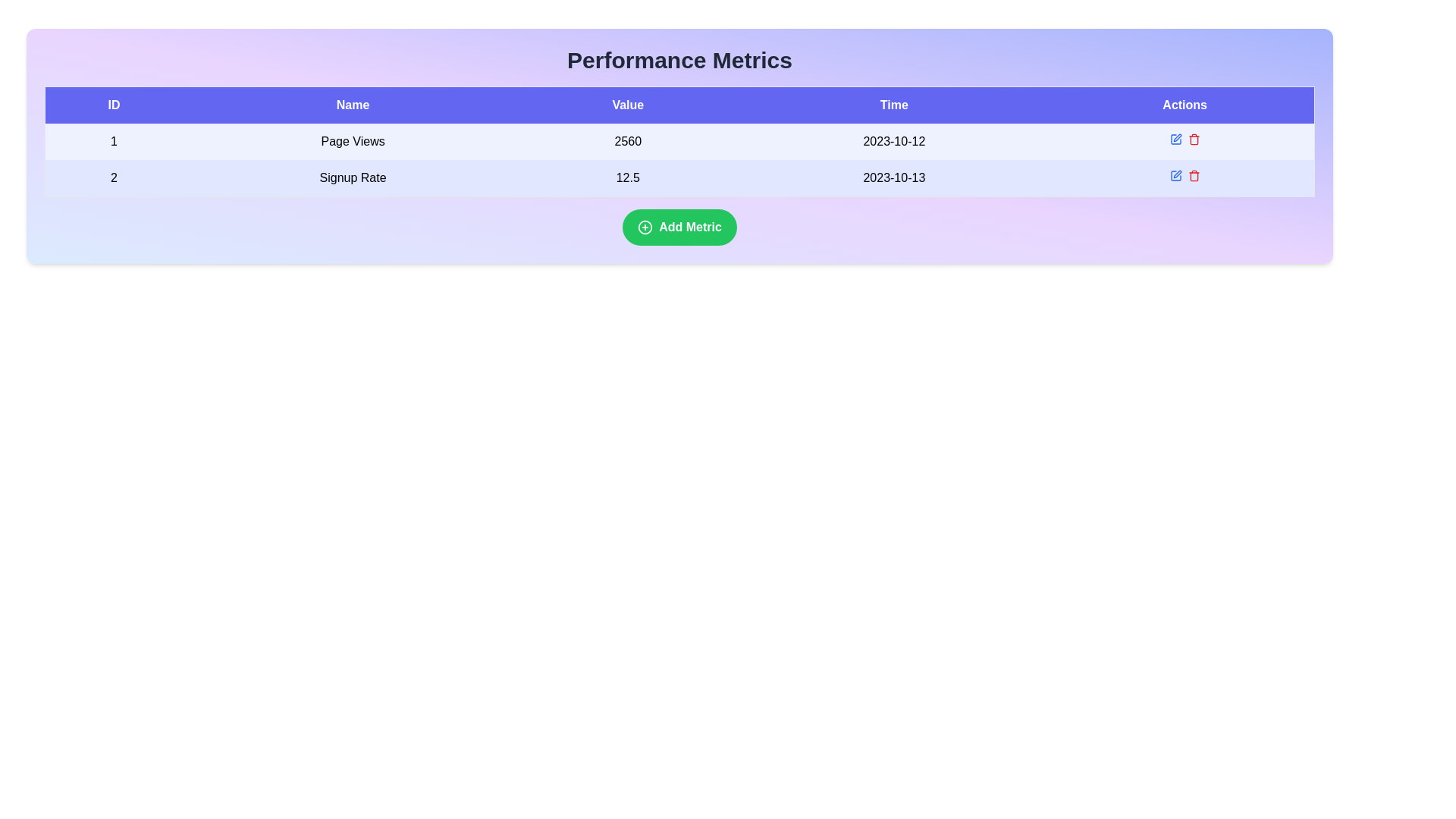 This screenshot has height=819, width=1456. Describe the element at coordinates (1175, 174) in the screenshot. I see `the square pen icon located in the 'Actions' column of the second row of the 'Performance Metrics' table` at that location.